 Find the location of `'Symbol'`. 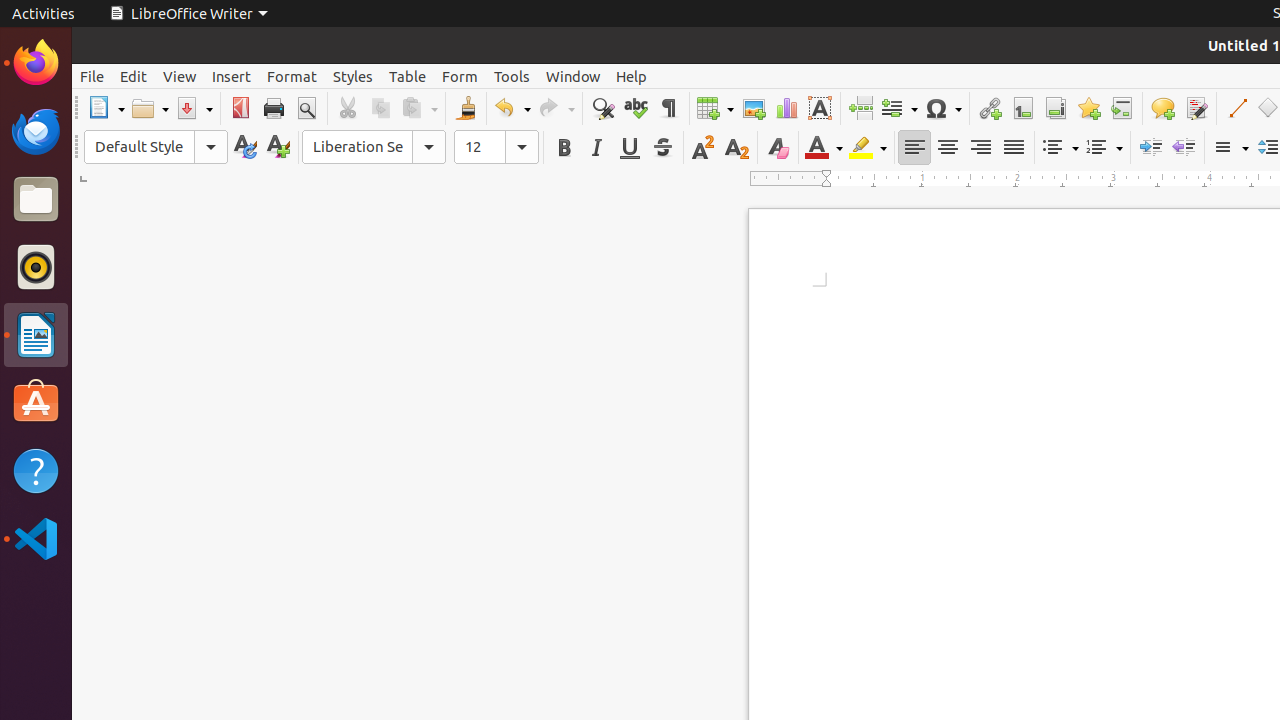

'Symbol' is located at coordinates (941, 108).